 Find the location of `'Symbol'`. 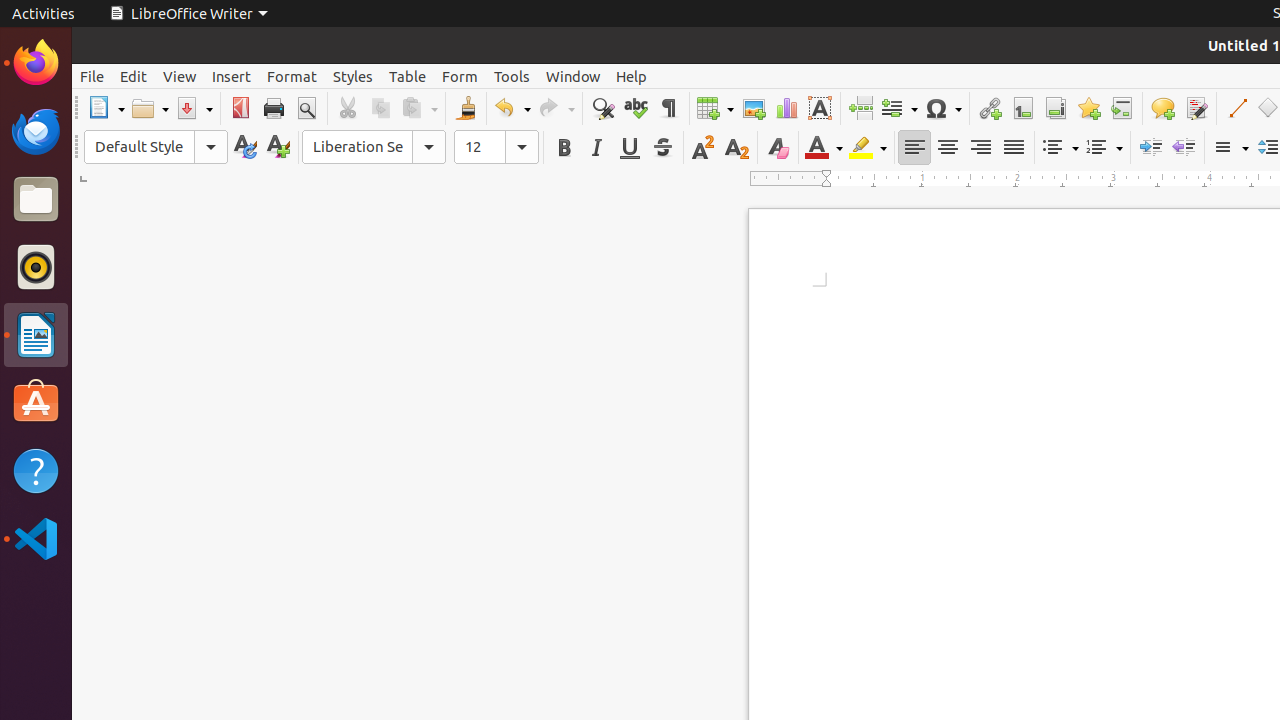

'Symbol' is located at coordinates (941, 108).